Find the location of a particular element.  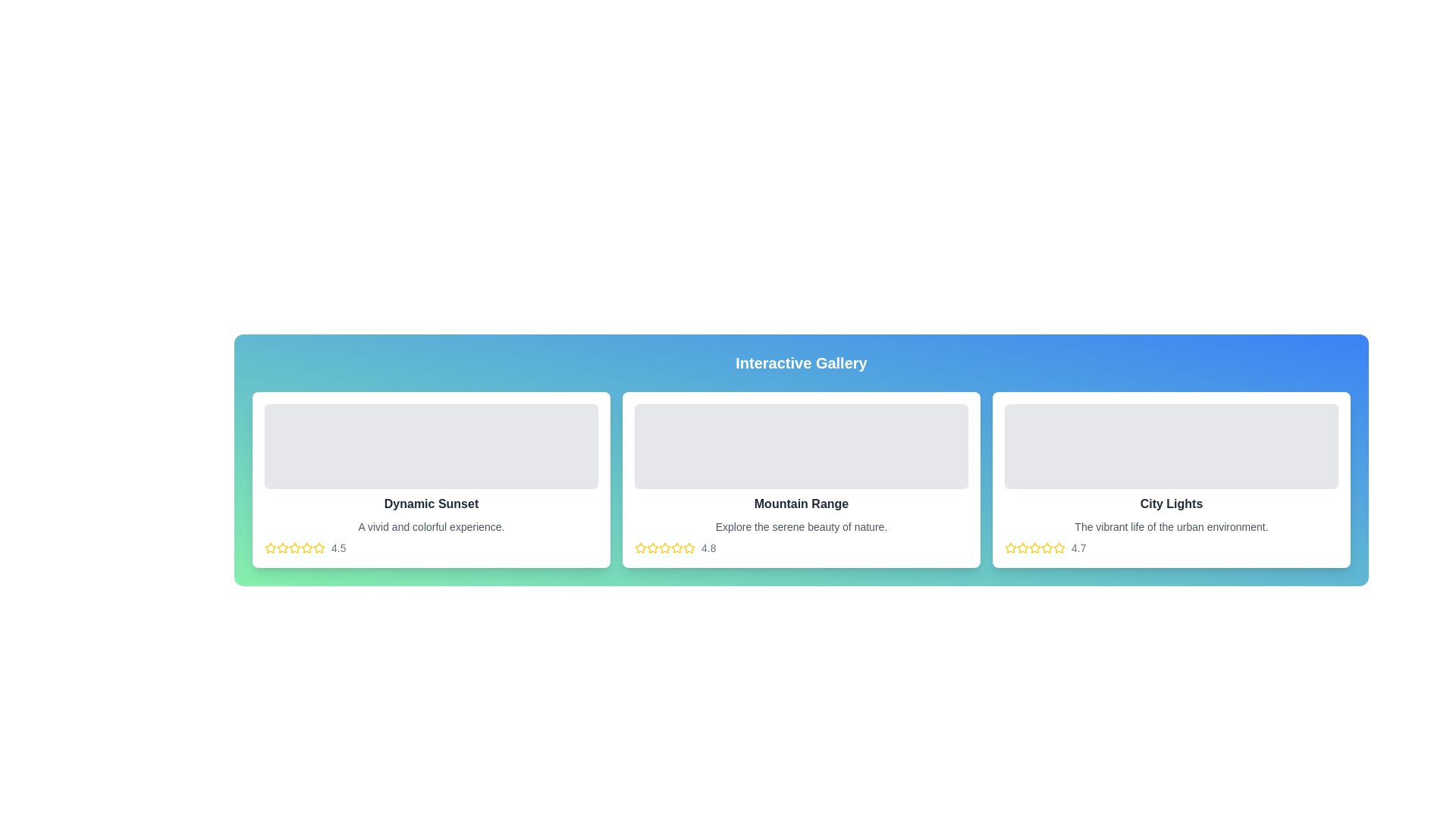

the sixth star icon in the rating group beneath the 'Dynamic Sunset' card, which is styled in yellow and represents a rating element is located at coordinates (306, 548).